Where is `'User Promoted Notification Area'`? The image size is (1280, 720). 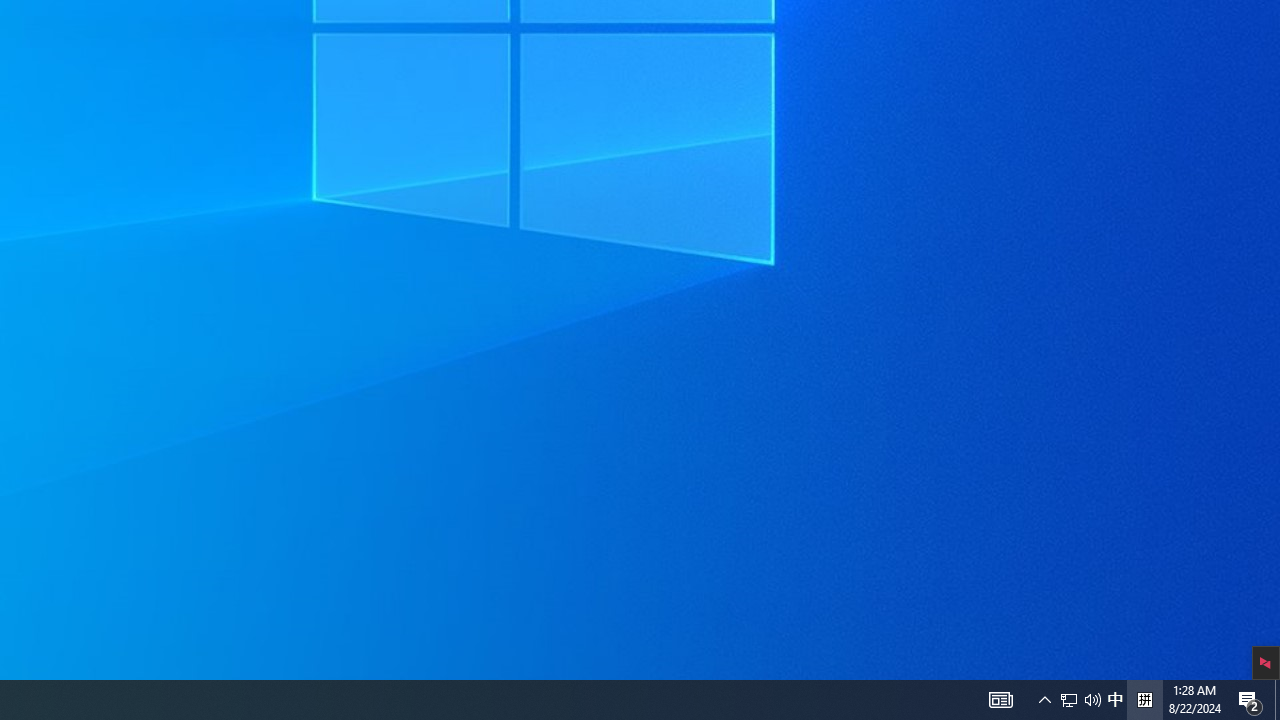
'User Promoted Notification Area' is located at coordinates (1079, 698).